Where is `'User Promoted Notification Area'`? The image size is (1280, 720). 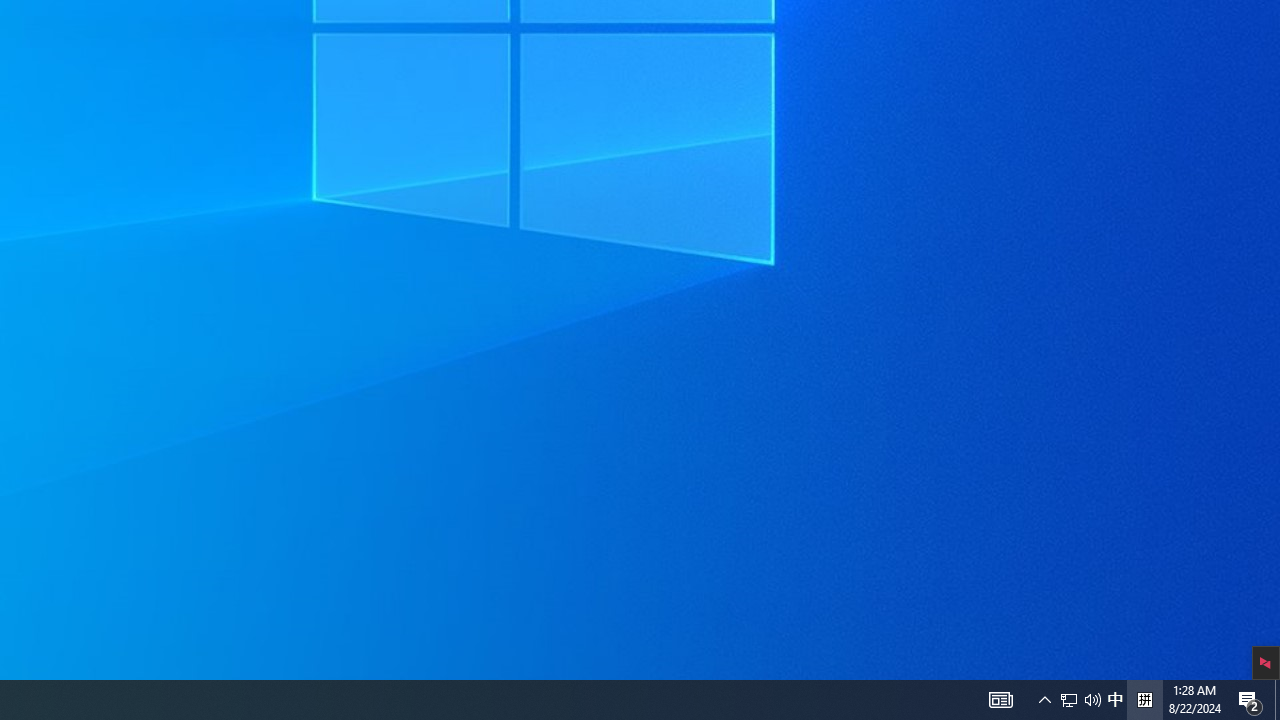
'User Promoted Notification Area' is located at coordinates (1079, 698).